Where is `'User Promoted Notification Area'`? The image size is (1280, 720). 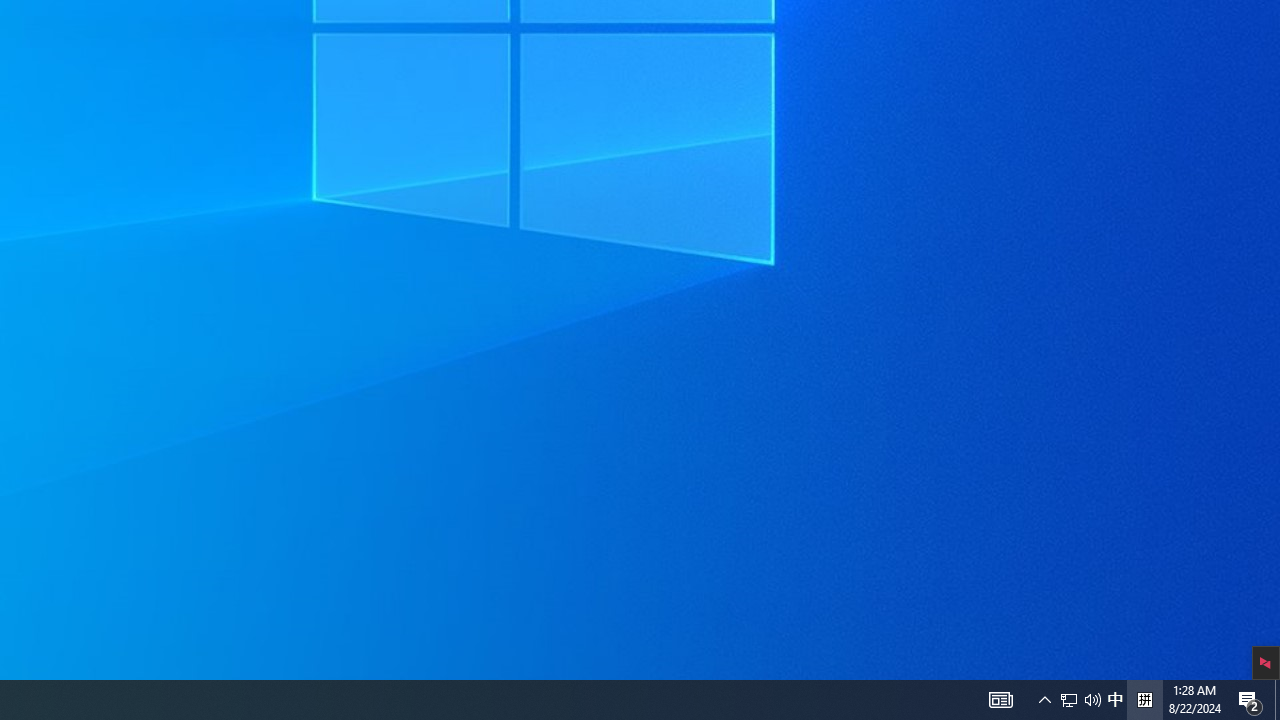
'User Promoted Notification Area' is located at coordinates (1079, 698).